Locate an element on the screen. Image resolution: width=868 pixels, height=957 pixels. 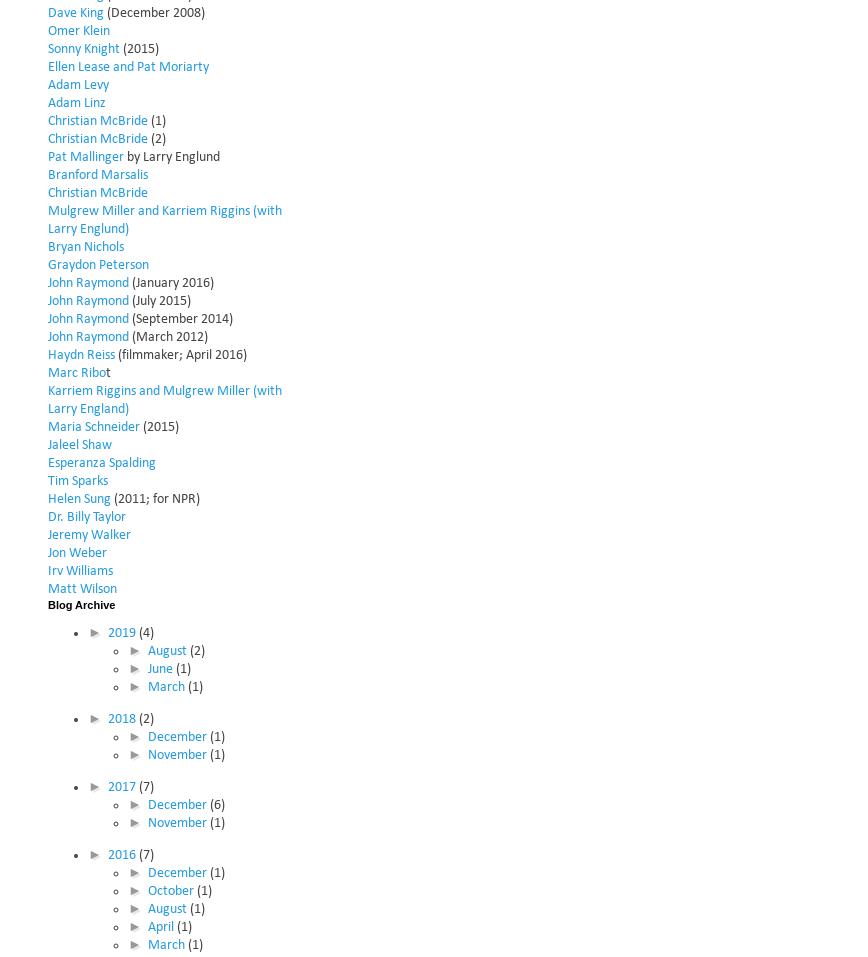
'Omer Klein' is located at coordinates (78, 29).